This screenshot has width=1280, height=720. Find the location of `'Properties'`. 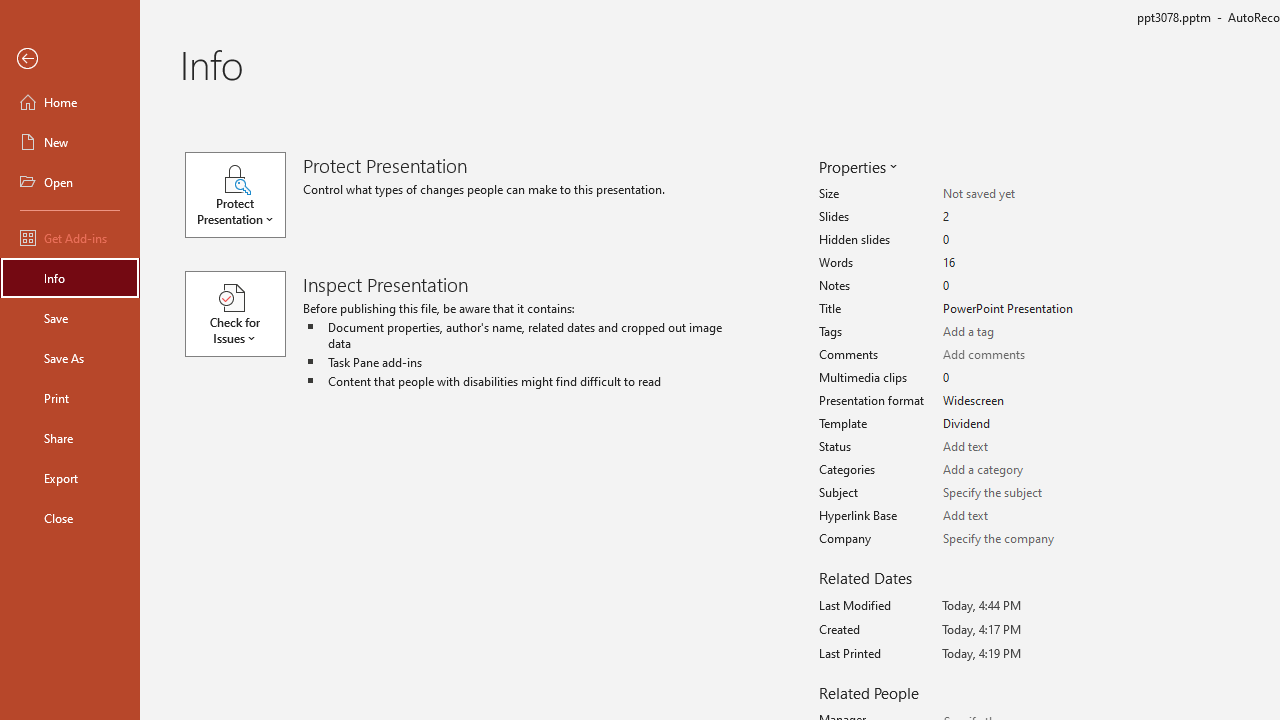

'Properties' is located at coordinates (856, 166).